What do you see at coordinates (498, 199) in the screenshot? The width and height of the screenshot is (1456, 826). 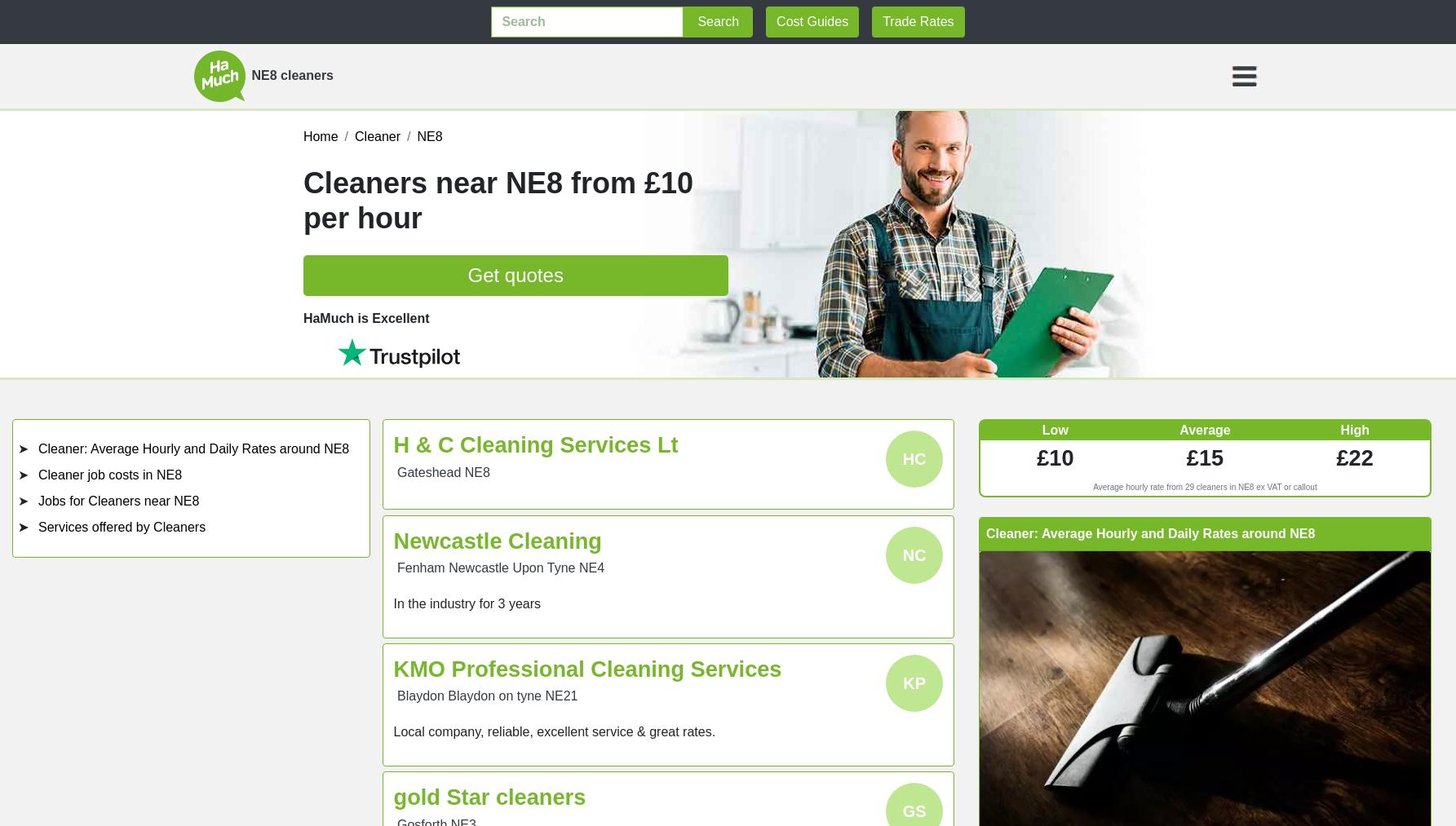 I see `'Cleaners near NE8 from £10 per hour'` at bounding box center [498, 199].